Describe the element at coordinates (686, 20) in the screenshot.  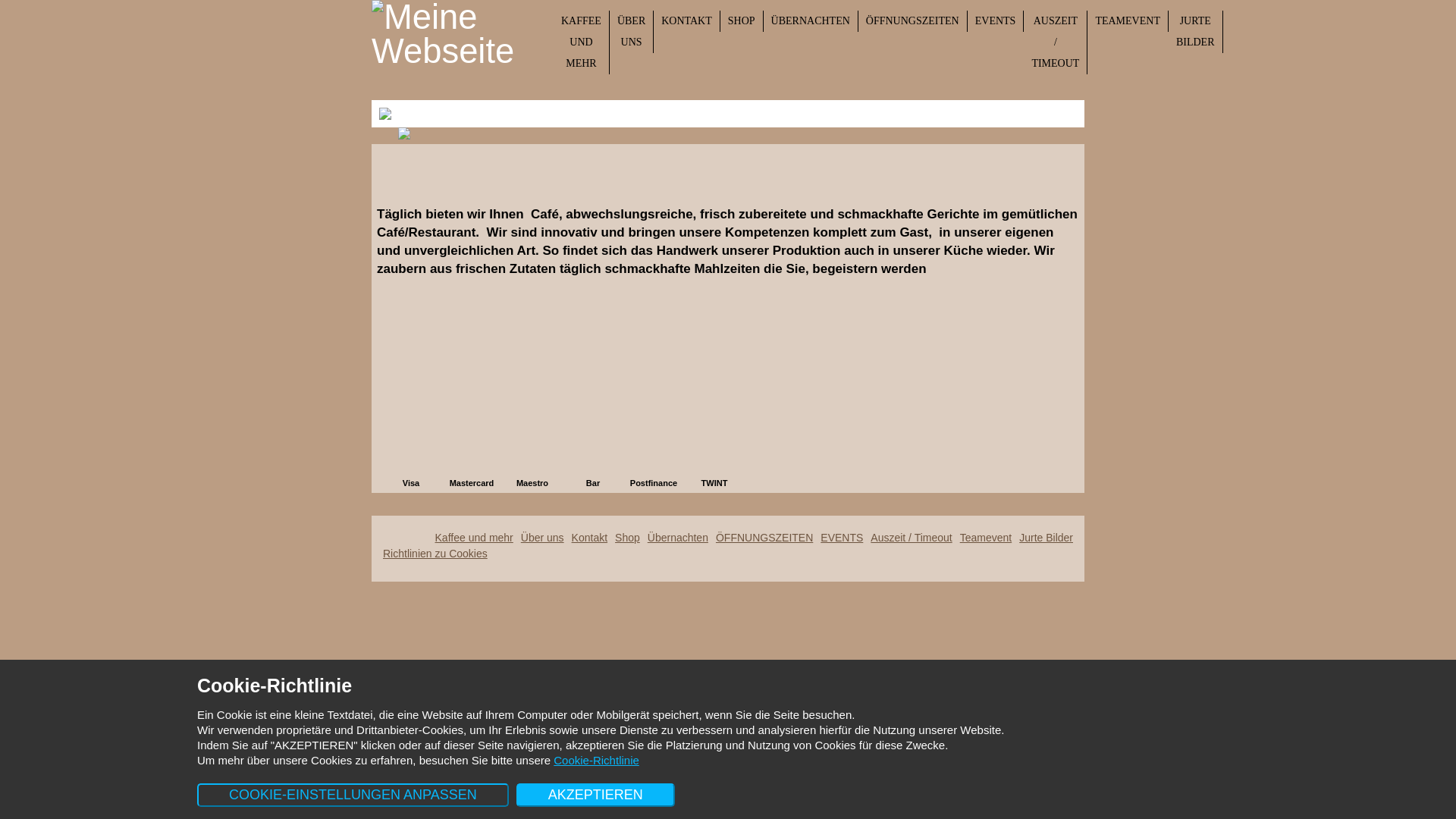
I see `'KONTAKT'` at that location.